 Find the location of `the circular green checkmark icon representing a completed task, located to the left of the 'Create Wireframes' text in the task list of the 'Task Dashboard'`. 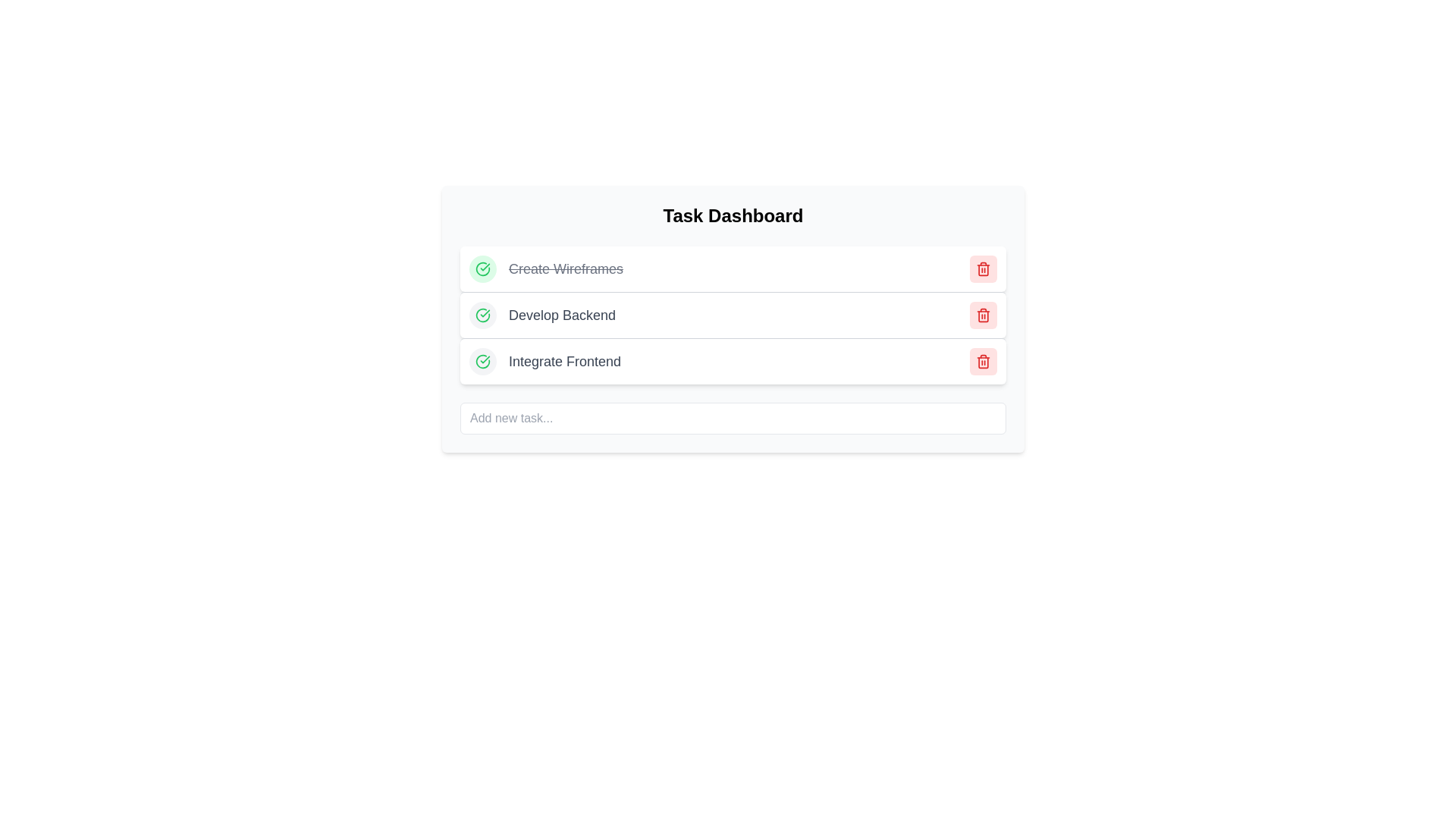

the circular green checkmark icon representing a completed task, located to the left of the 'Create Wireframes' text in the task list of the 'Task Dashboard' is located at coordinates (482, 268).